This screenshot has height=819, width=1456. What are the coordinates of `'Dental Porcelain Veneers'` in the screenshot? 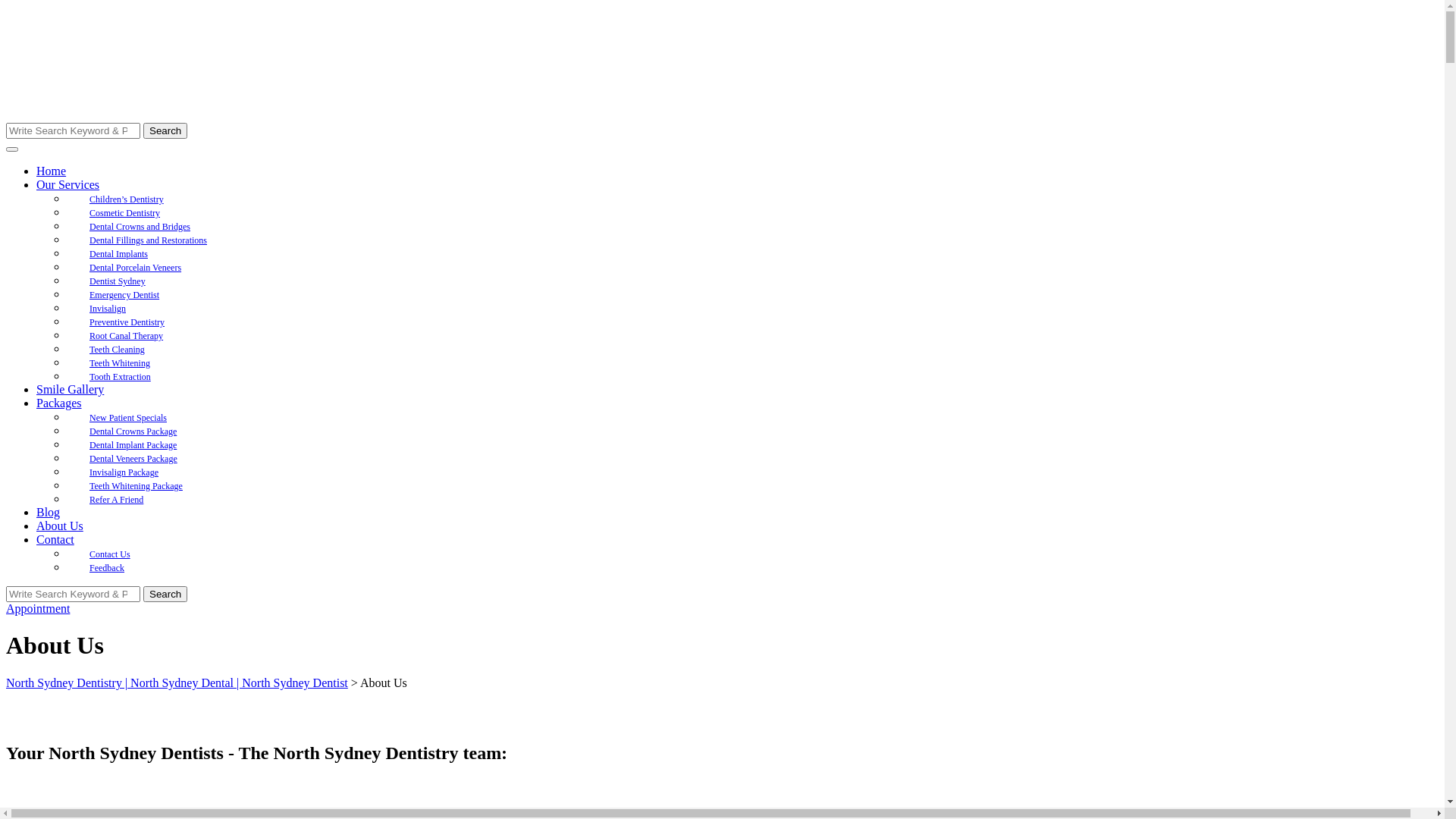 It's located at (135, 267).